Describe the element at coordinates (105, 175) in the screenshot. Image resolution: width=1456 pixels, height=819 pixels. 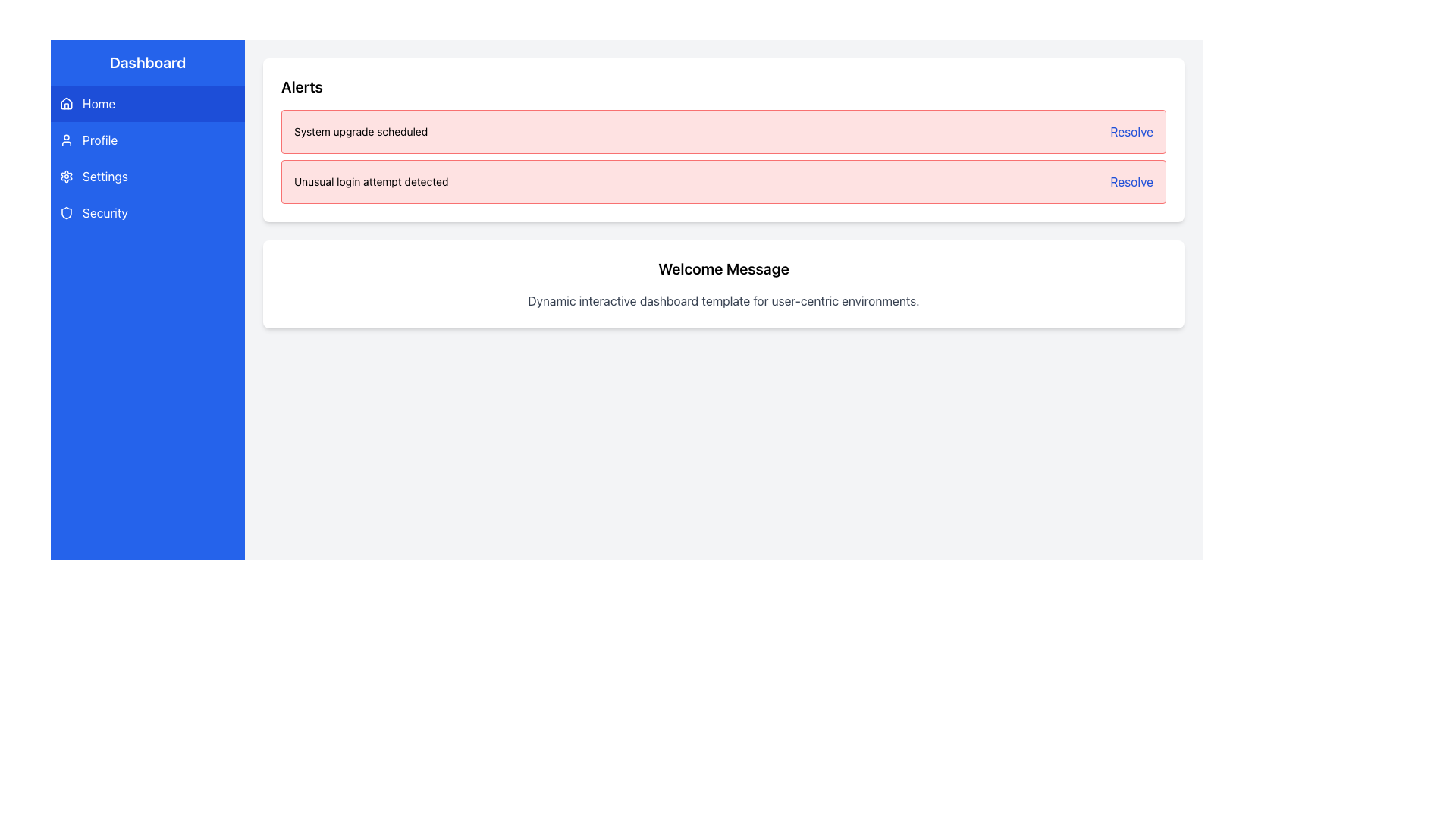
I see `the 'Settings' text label located next to the gear icon in the sidebar menu` at that location.